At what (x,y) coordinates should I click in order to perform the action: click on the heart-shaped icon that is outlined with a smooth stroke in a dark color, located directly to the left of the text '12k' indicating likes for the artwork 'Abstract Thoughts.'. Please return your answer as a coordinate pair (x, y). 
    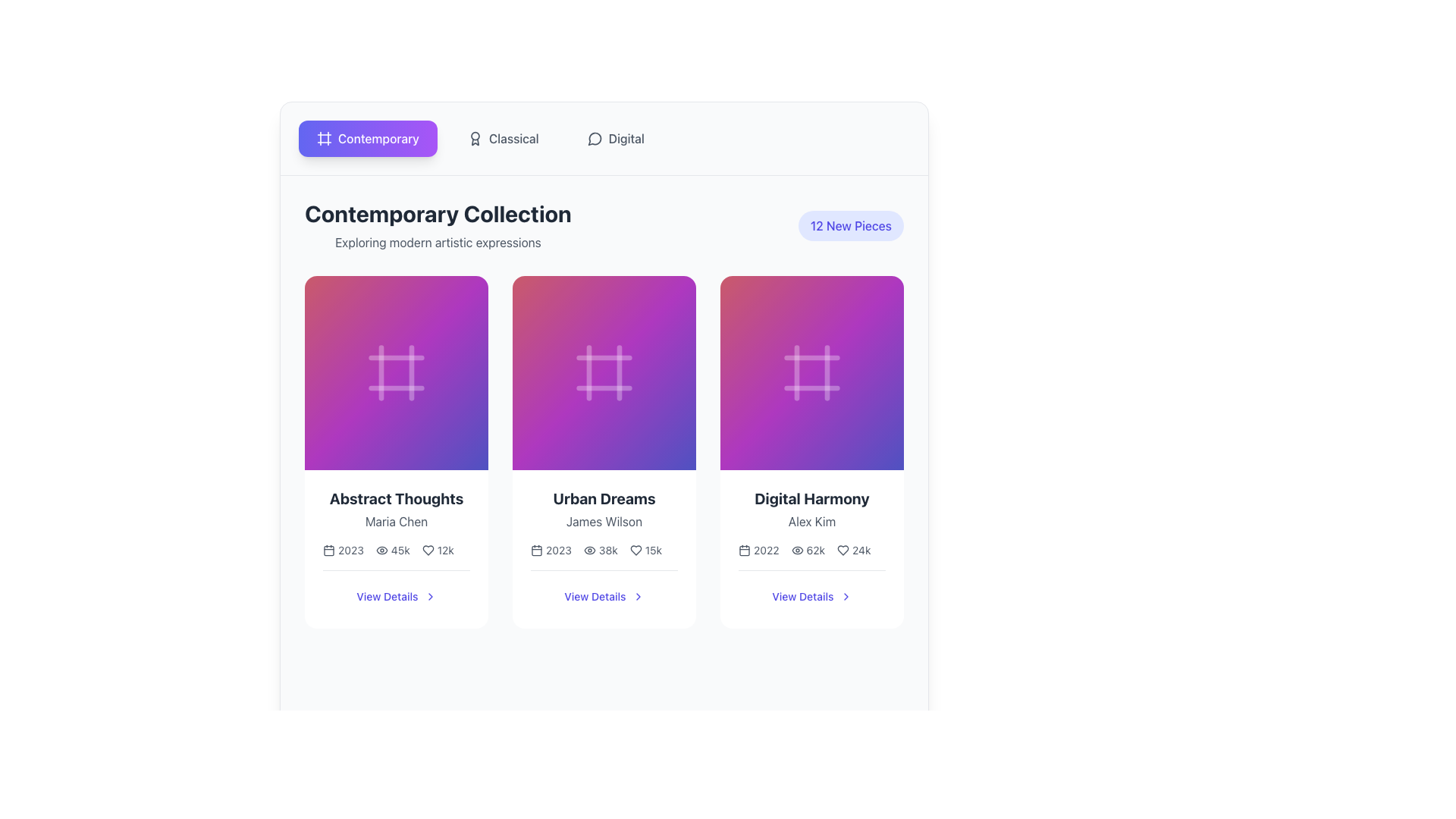
    Looking at the image, I should click on (427, 550).